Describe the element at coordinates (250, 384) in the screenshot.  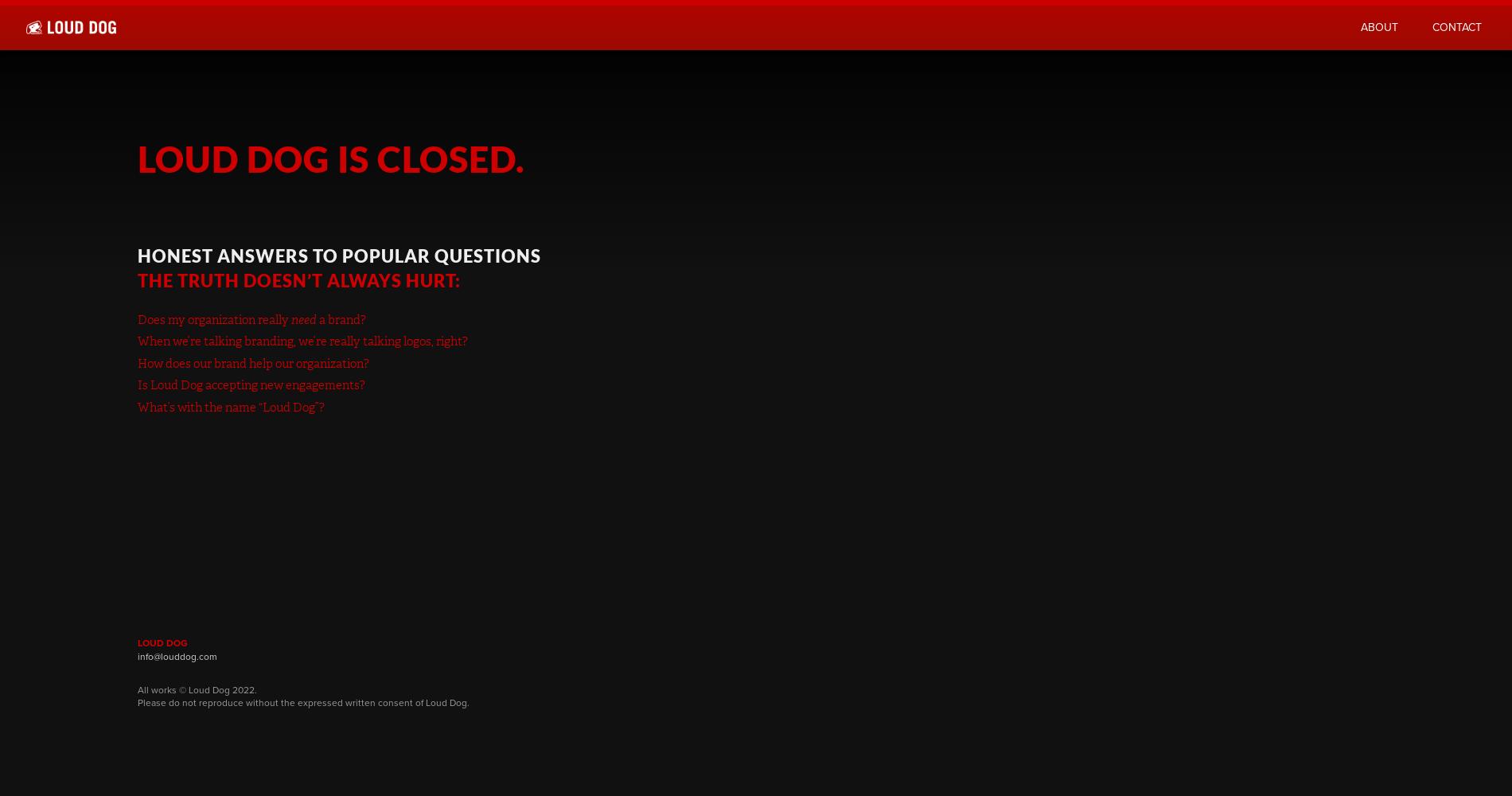
I see `'Is Loud Dog accepting new engagements?'` at that location.